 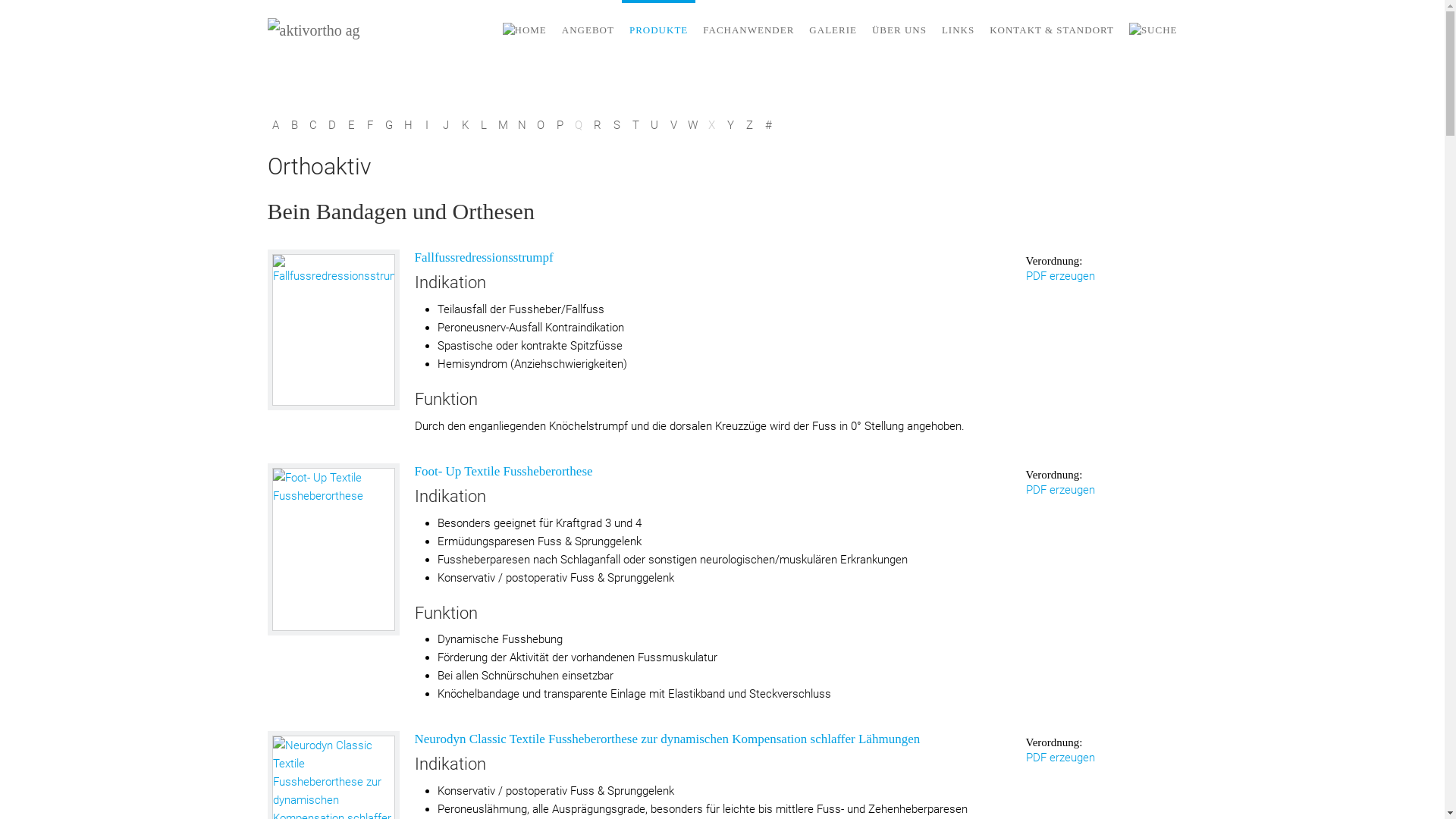 I want to click on 'E', so click(x=350, y=124).